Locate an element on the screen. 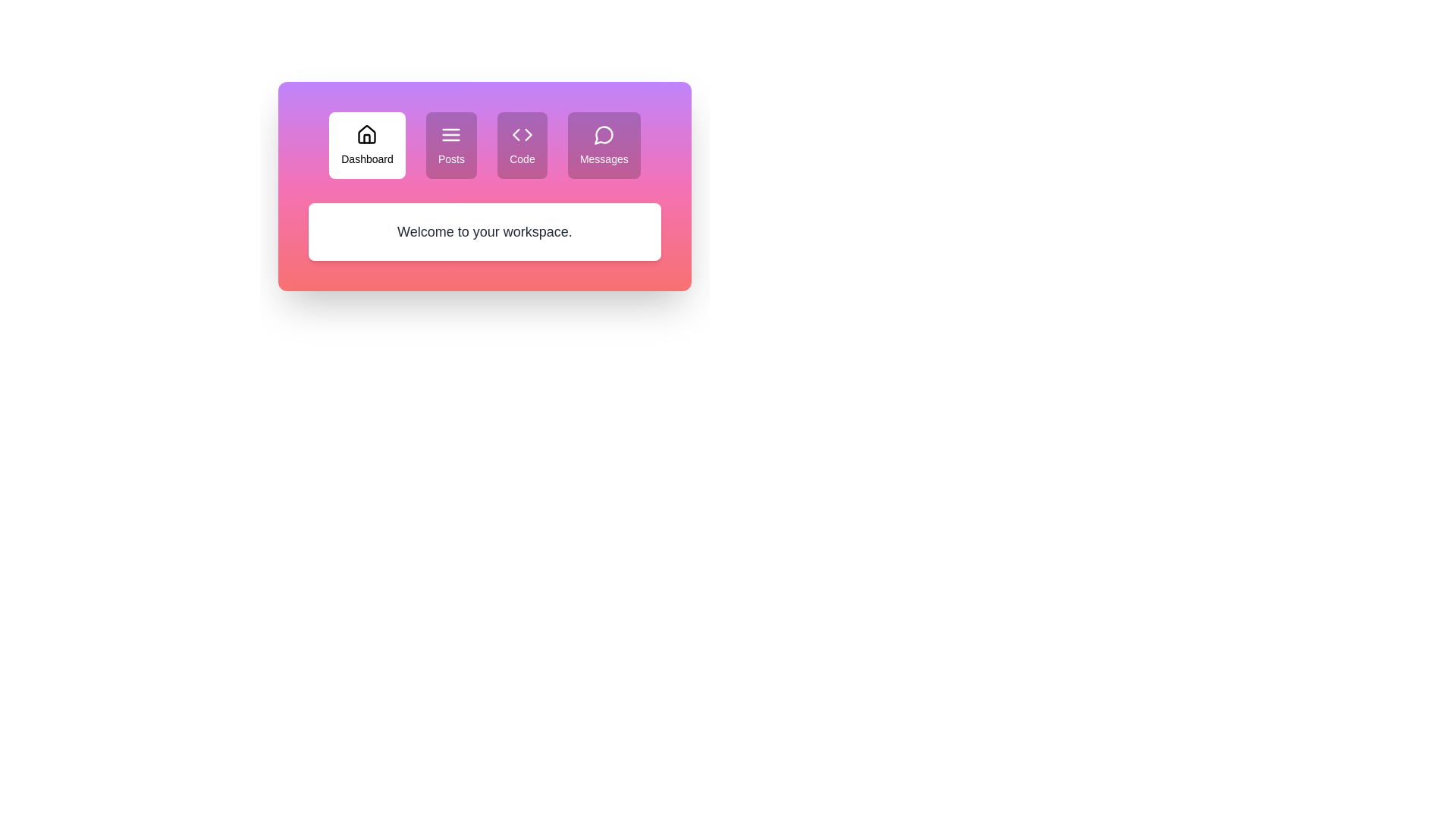 This screenshot has width=1456, height=819. the tab labeled Posts to observe visual changes is located at coordinates (450, 146).